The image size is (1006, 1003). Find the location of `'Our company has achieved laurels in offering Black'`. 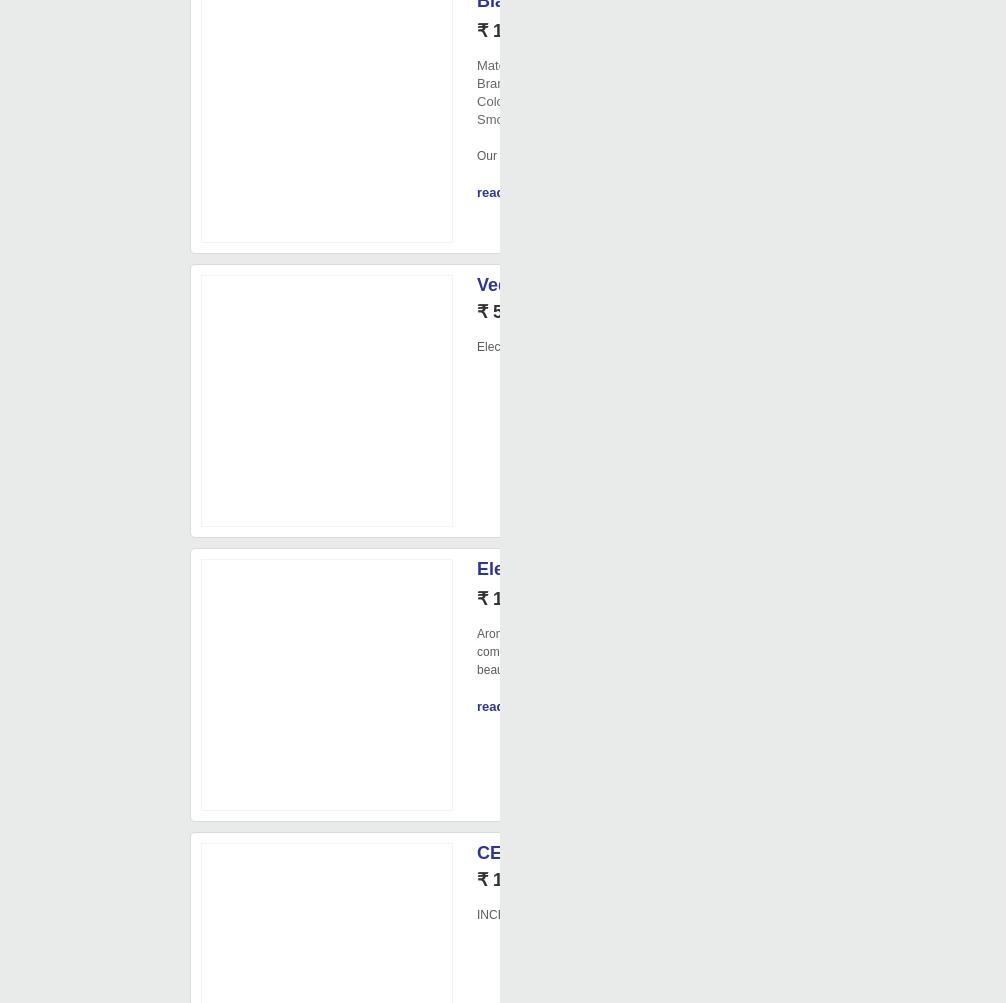

'Our company has achieved laurels in offering Black' is located at coordinates (613, 154).